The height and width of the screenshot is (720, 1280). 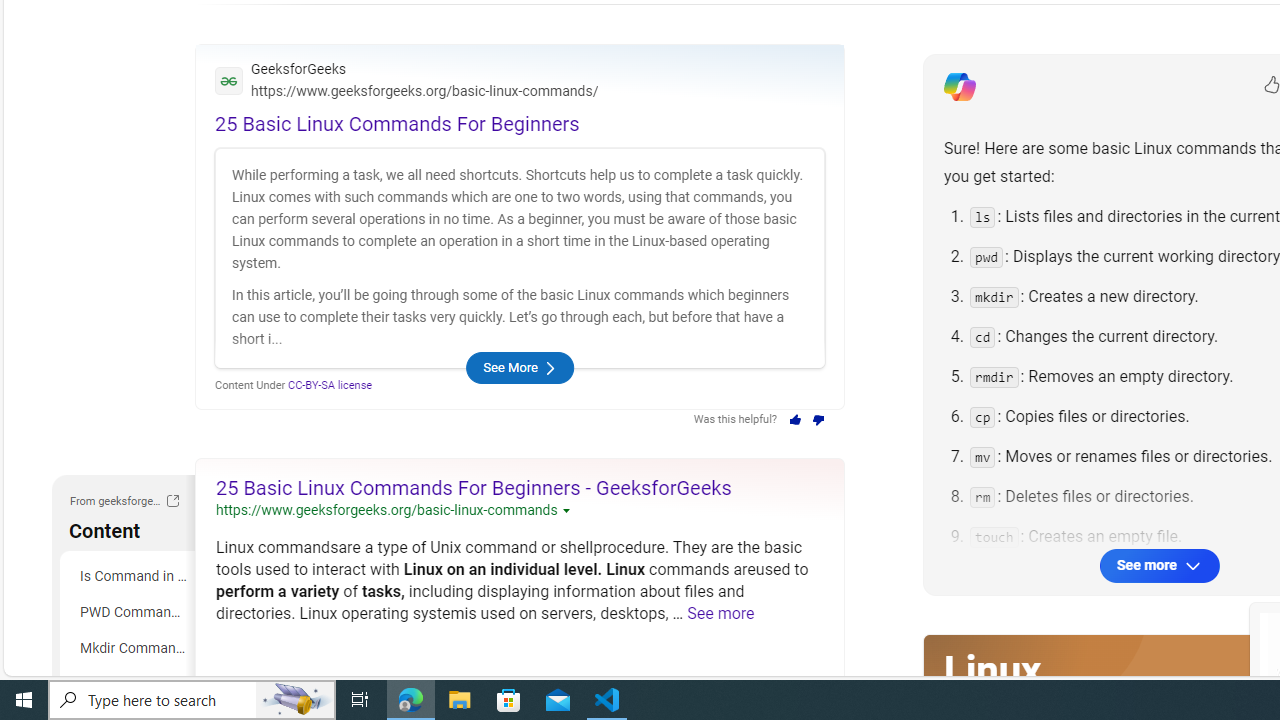 What do you see at coordinates (130, 611) in the screenshot?
I see `'PWD Command in Linux'` at bounding box center [130, 611].